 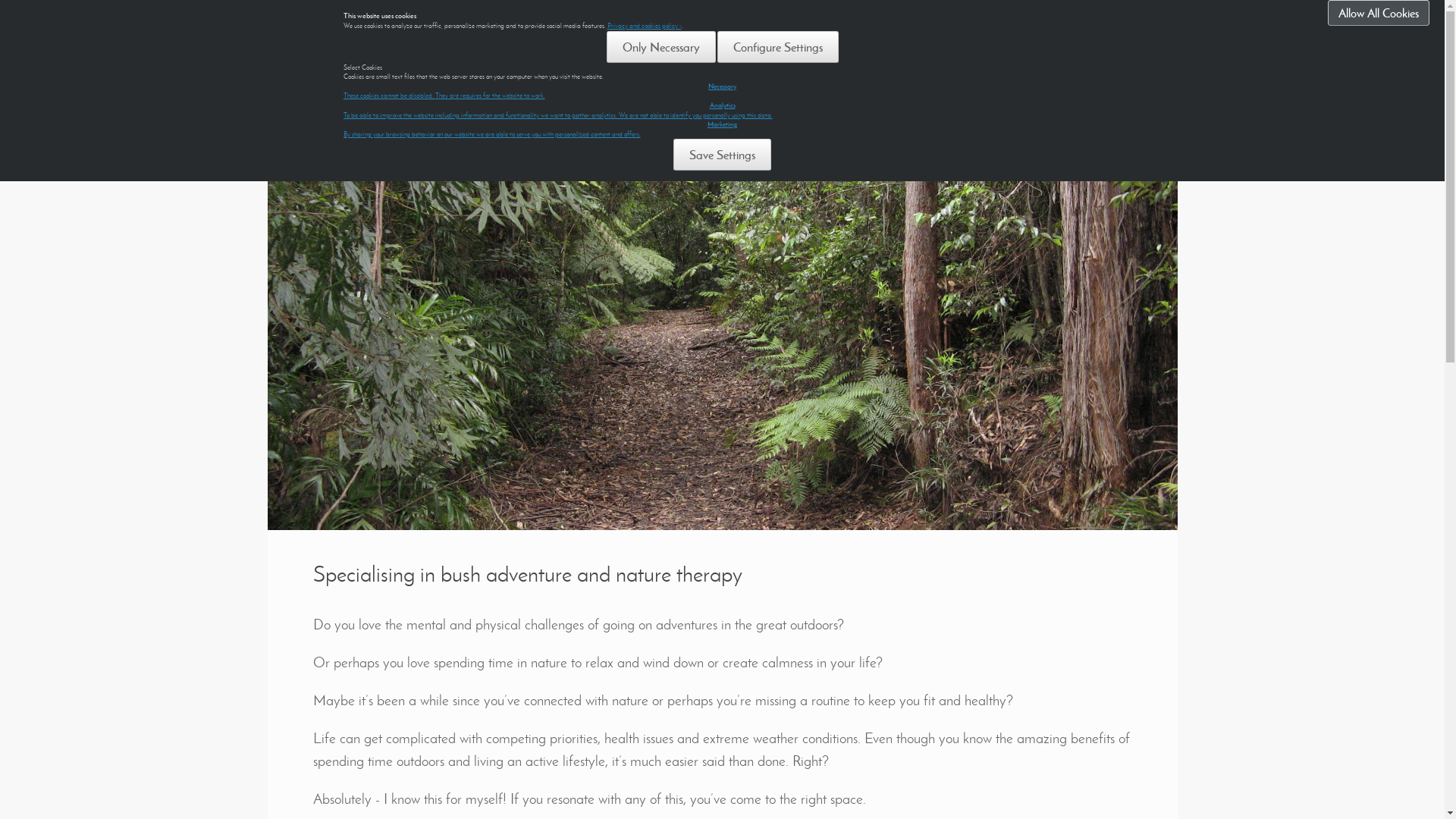 I want to click on 'Allow All Cookies', so click(x=1379, y=12).